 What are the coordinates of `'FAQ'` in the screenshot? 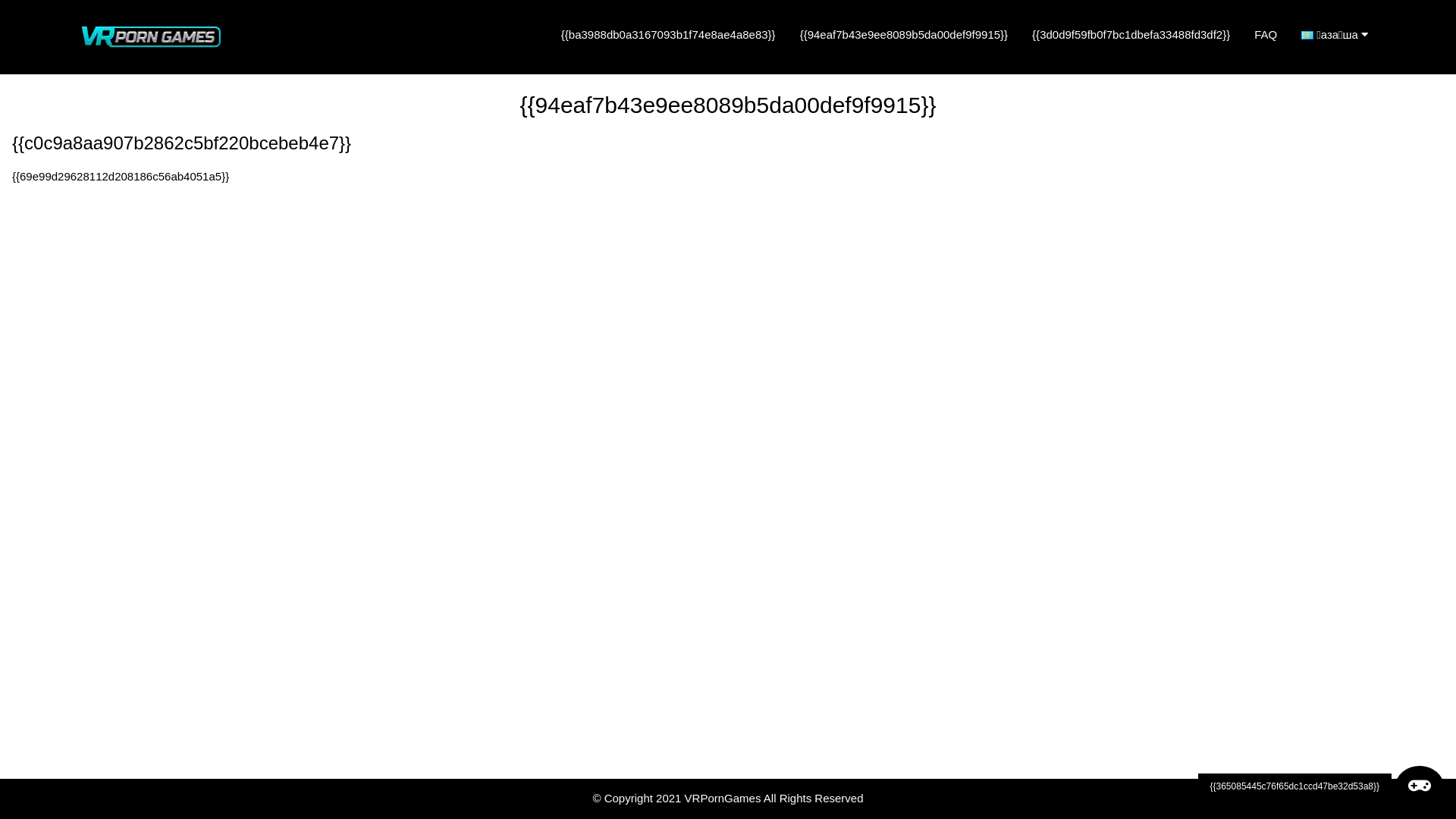 It's located at (1266, 34).